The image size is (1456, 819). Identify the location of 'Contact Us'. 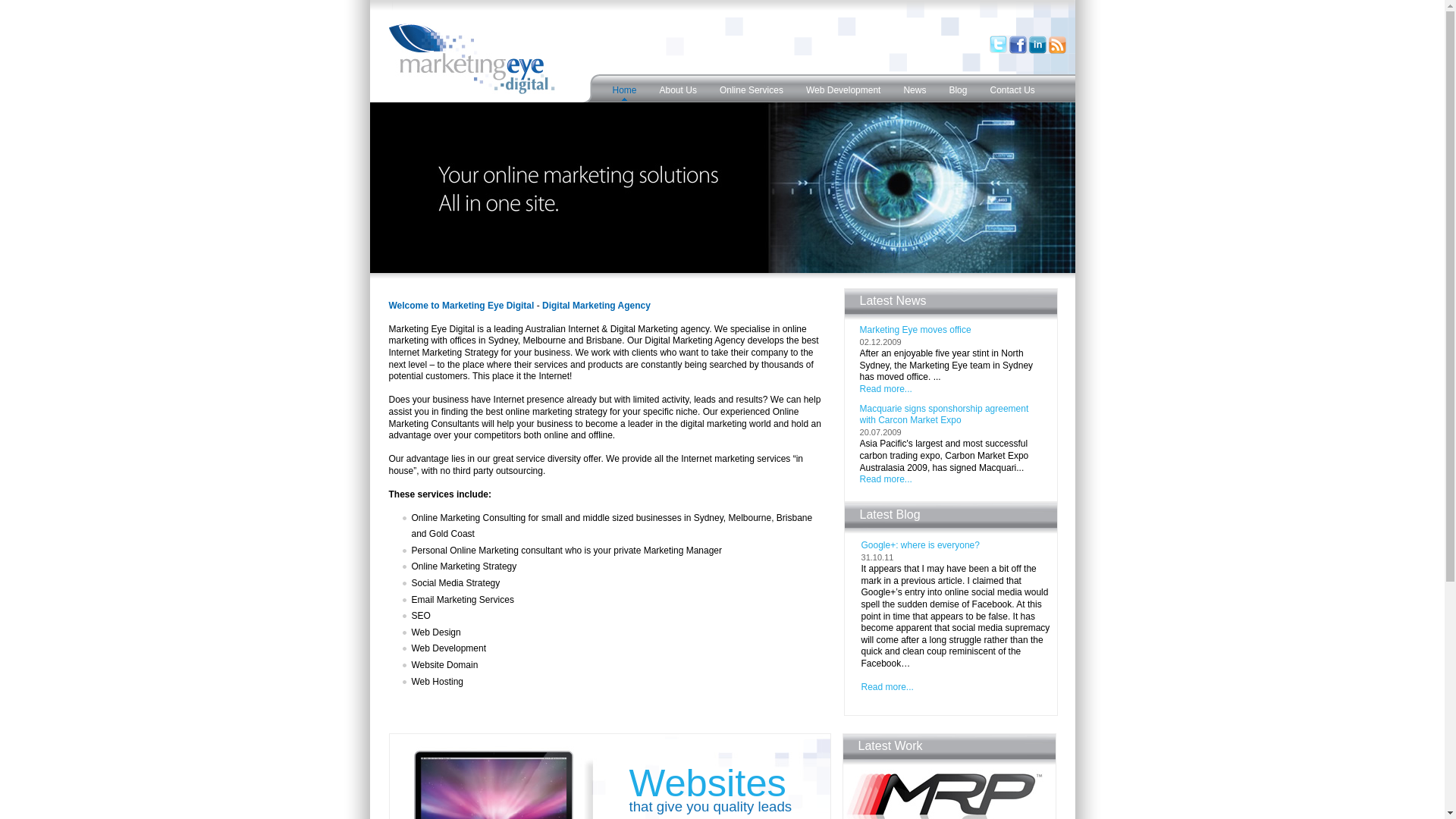
(1012, 87).